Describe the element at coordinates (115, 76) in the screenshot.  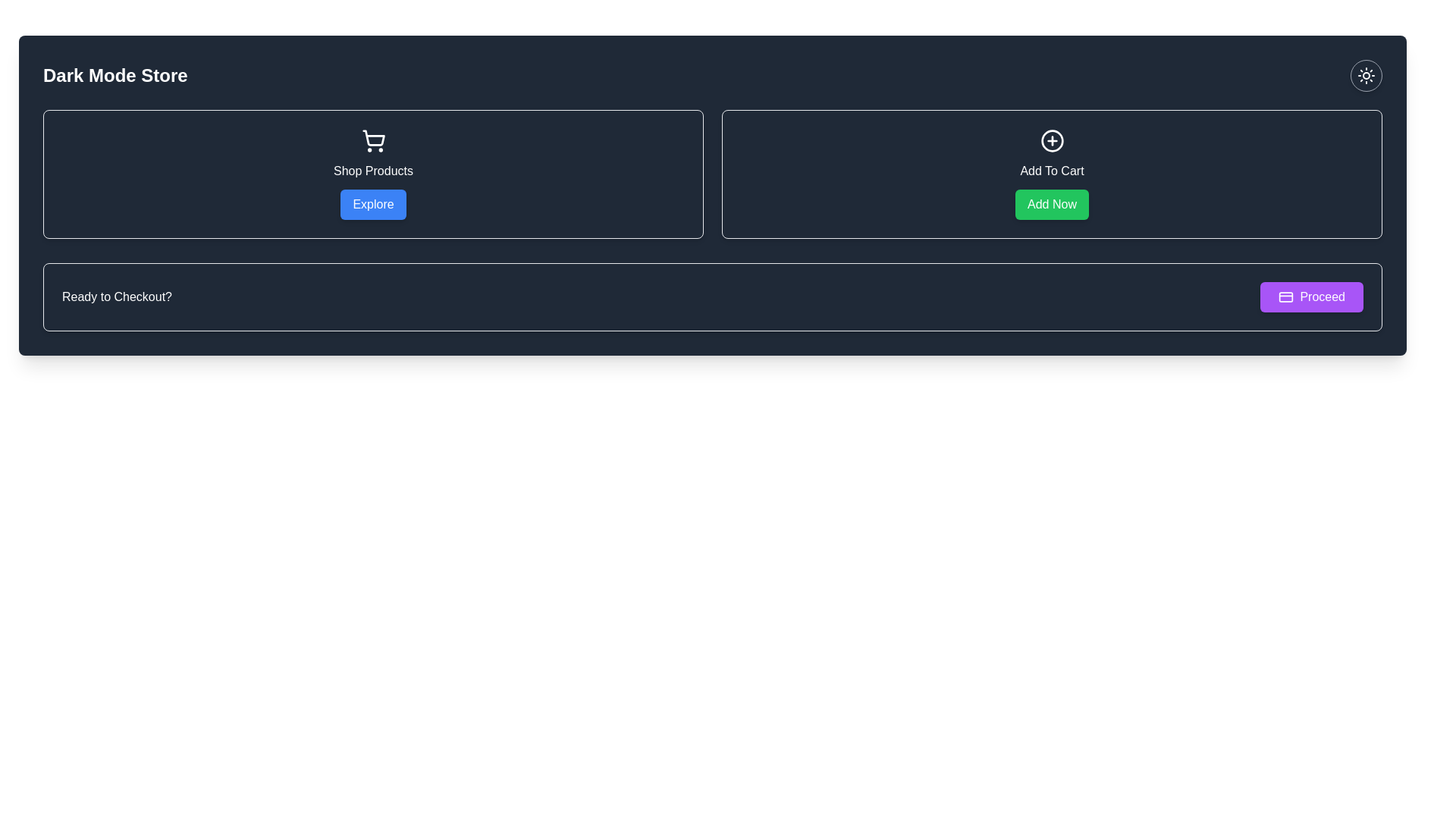
I see `the 'Dark Mode Store' text label, which is prominently displayed in a large, bold font in the upper-left section of the interface, indicating its importance within the header bar` at that location.